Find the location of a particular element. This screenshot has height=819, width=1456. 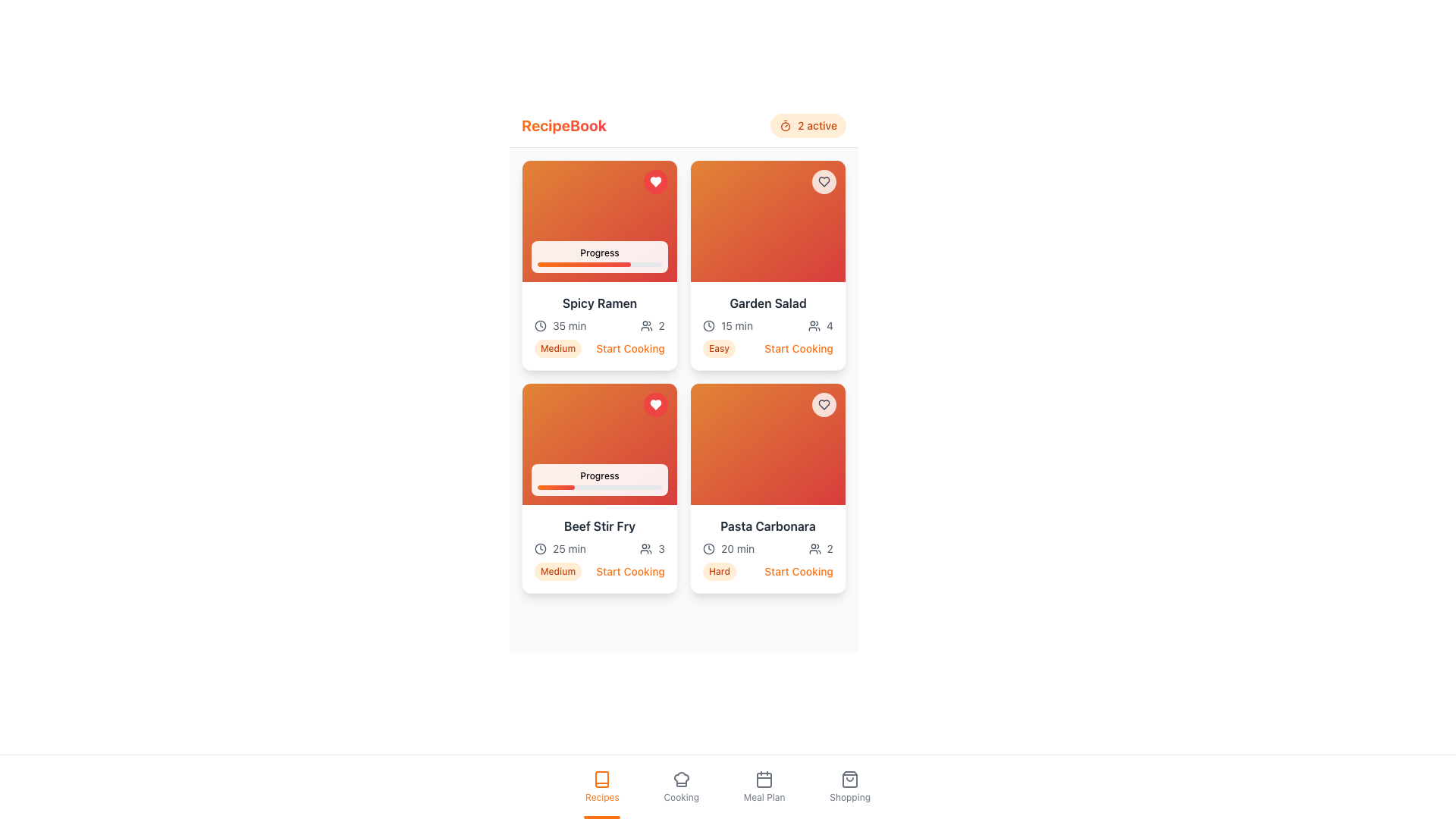

the progress bar fill indicating partial completion status for the 'Beef Stir Fry' card located in the second row and first column of the grid layout is located at coordinates (555, 488).